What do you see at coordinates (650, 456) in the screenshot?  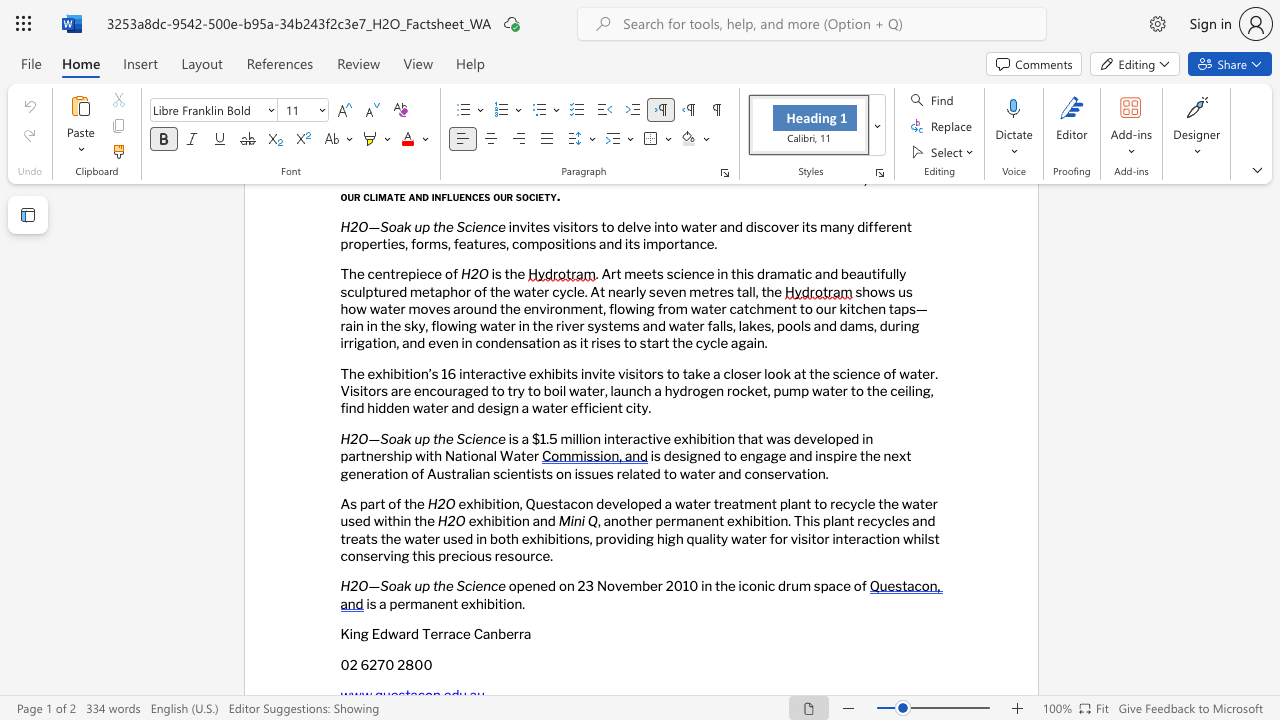 I see `the subset text "is designed to engage and inspire the next generation of Australian scientists on issu" within the text "is designed to engage and inspire the next generation of Australian scientists on issues related to water and conservation."` at bounding box center [650, 456].